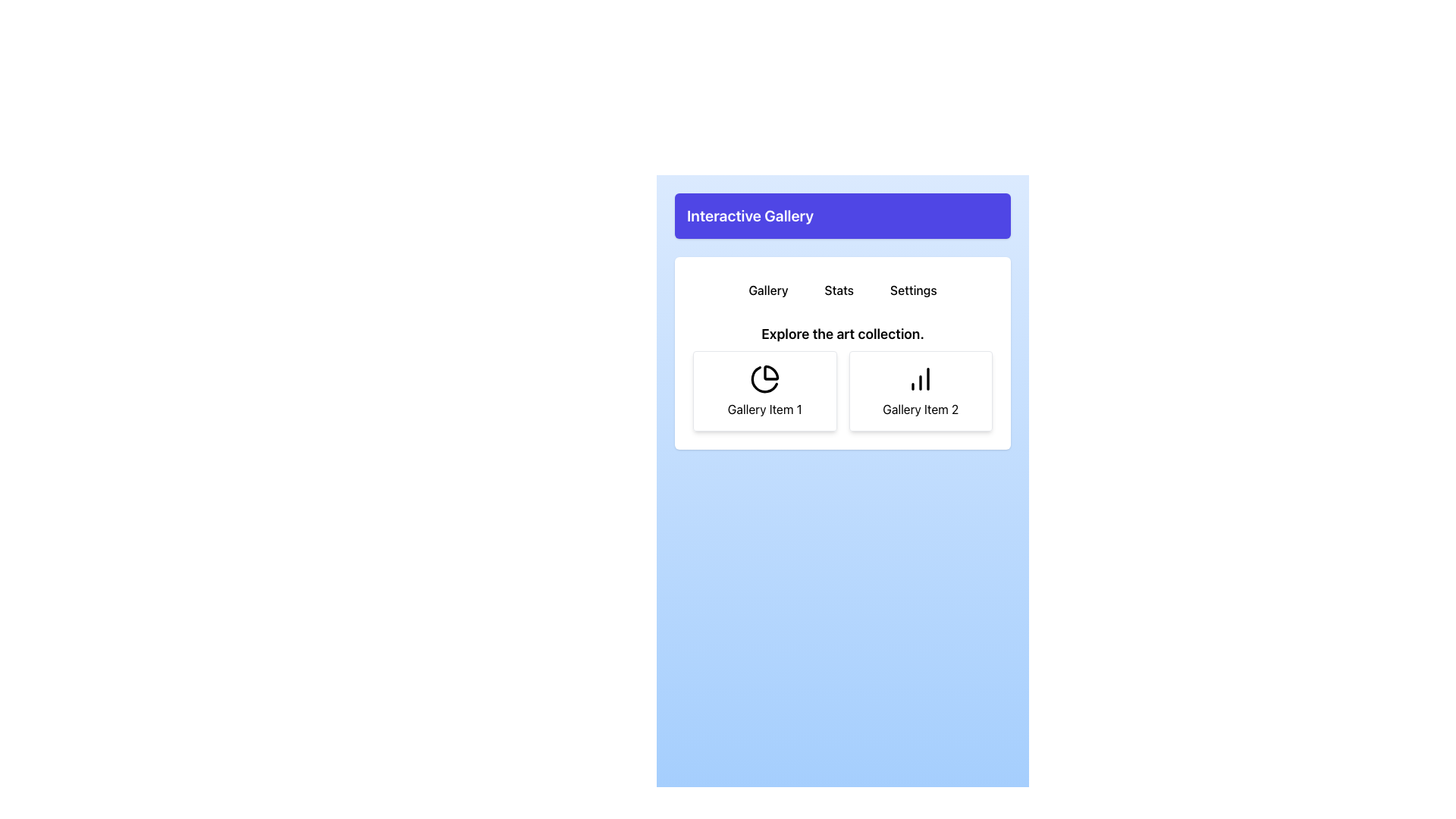  What do you see at coordinates (842, 333) in the screenshot?
I see `the static text element that displays 'Explore the art collection.' positioned above the gallery items` at bounding box center [842, 333].